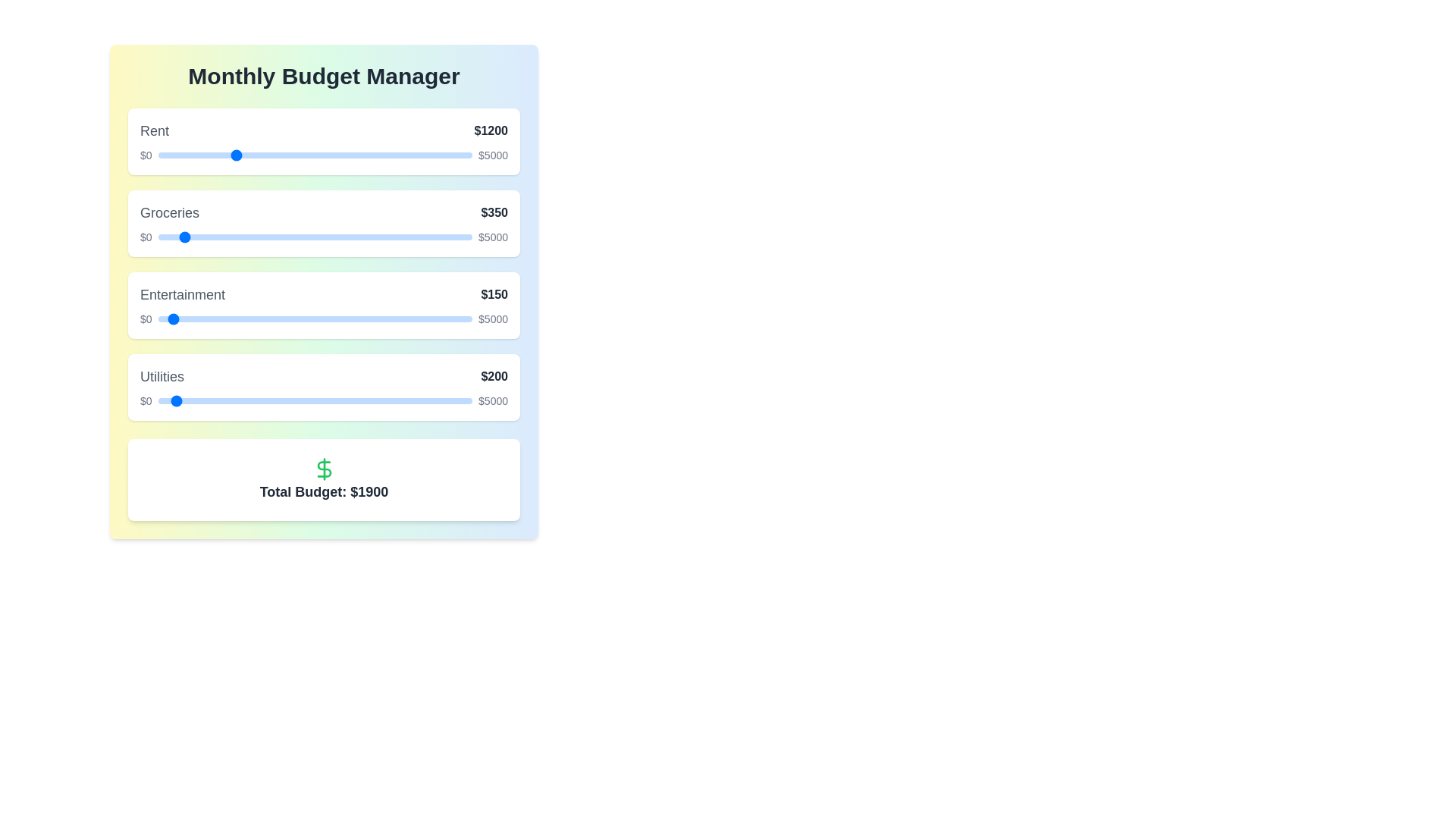 Image resolution: width=1456 pixels, height=819 pixels. I want to click on the utility budget slider, so click(184, 400).